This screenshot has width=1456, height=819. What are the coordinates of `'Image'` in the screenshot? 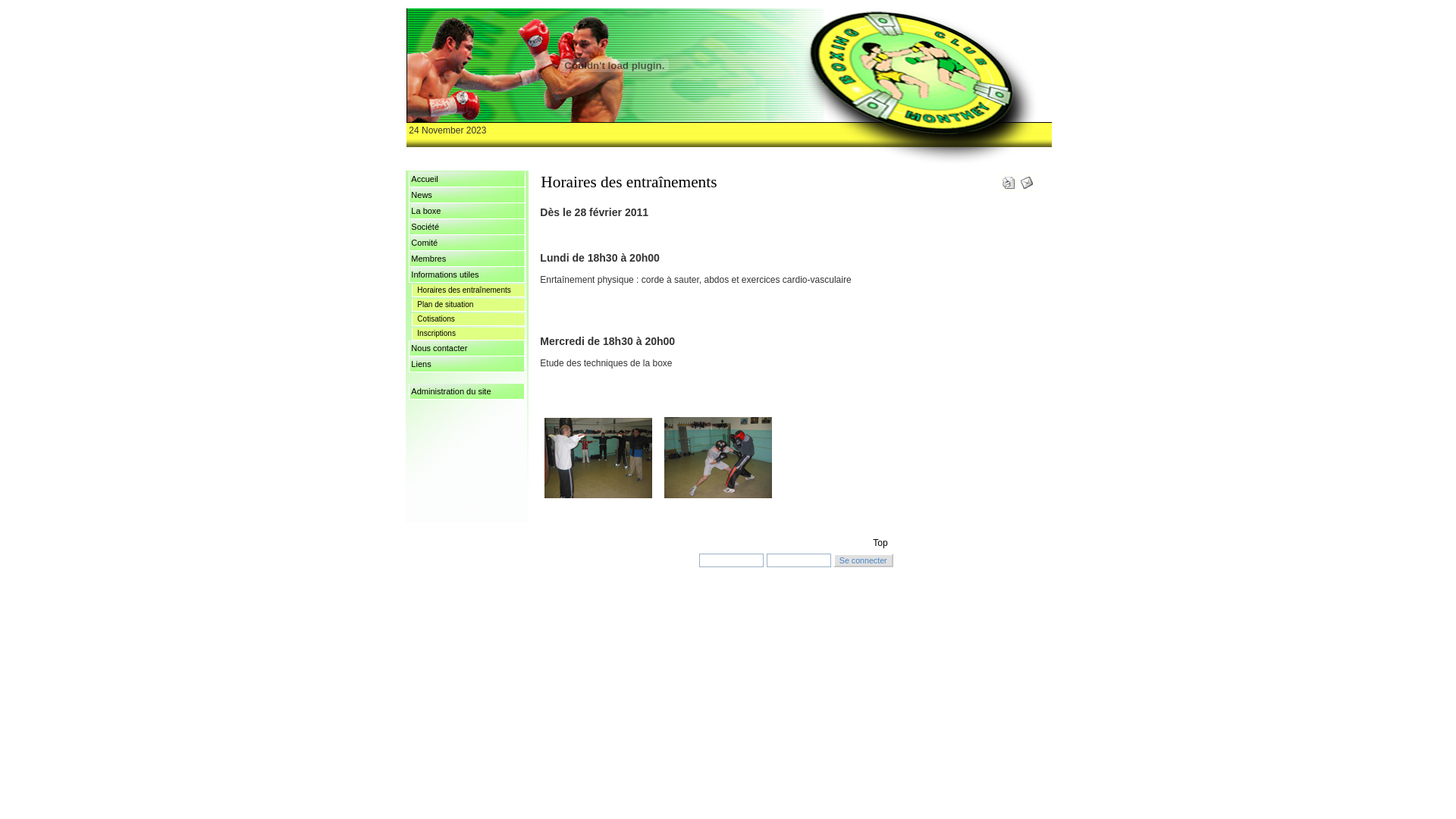 It's located at (717, 457).